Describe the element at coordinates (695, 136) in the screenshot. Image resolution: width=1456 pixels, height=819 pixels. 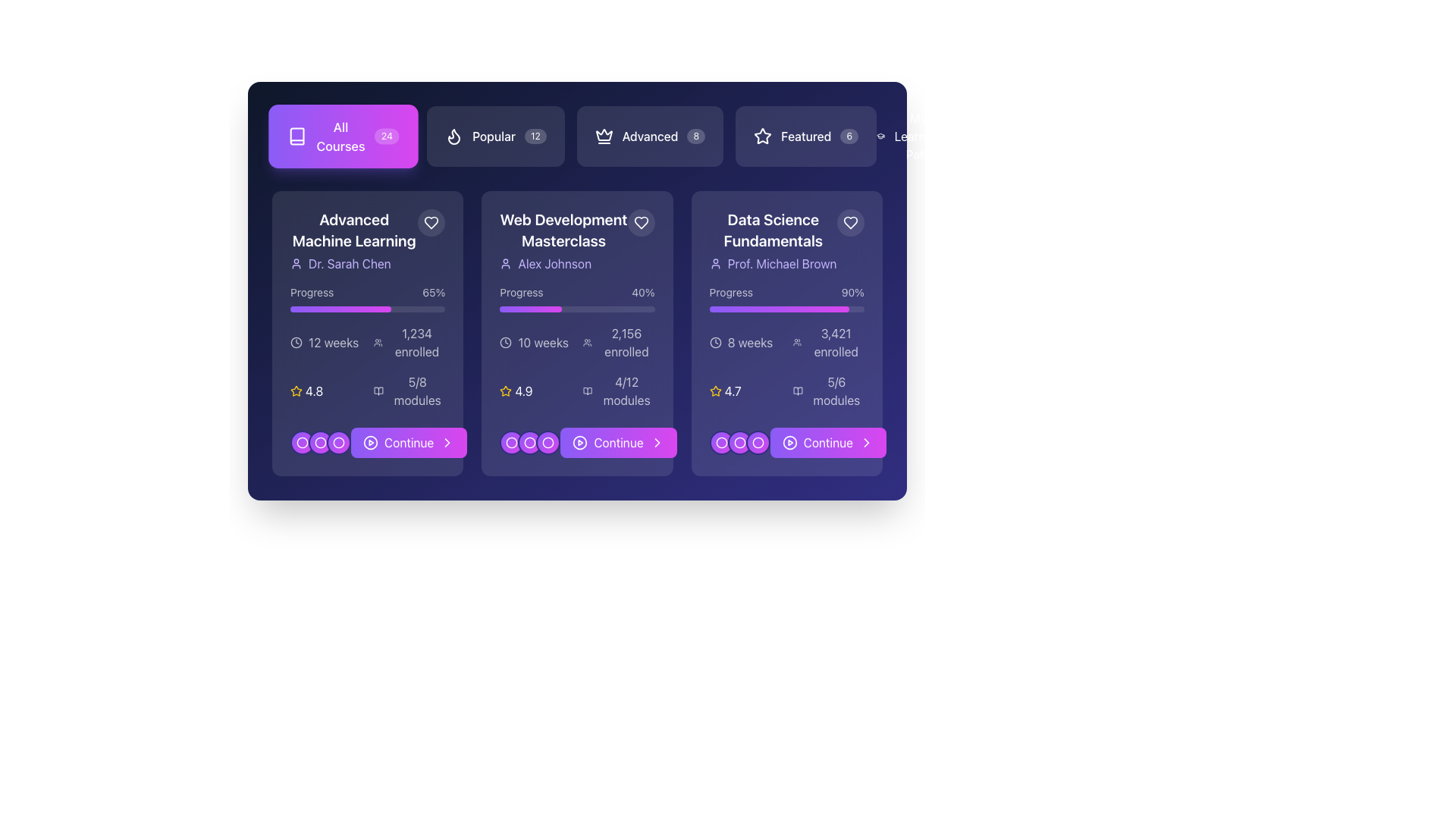
I see `the numeric indicator representing the count of items associated with the 'Advanced' category, located to the right of the text 'Advanced'` at that location.